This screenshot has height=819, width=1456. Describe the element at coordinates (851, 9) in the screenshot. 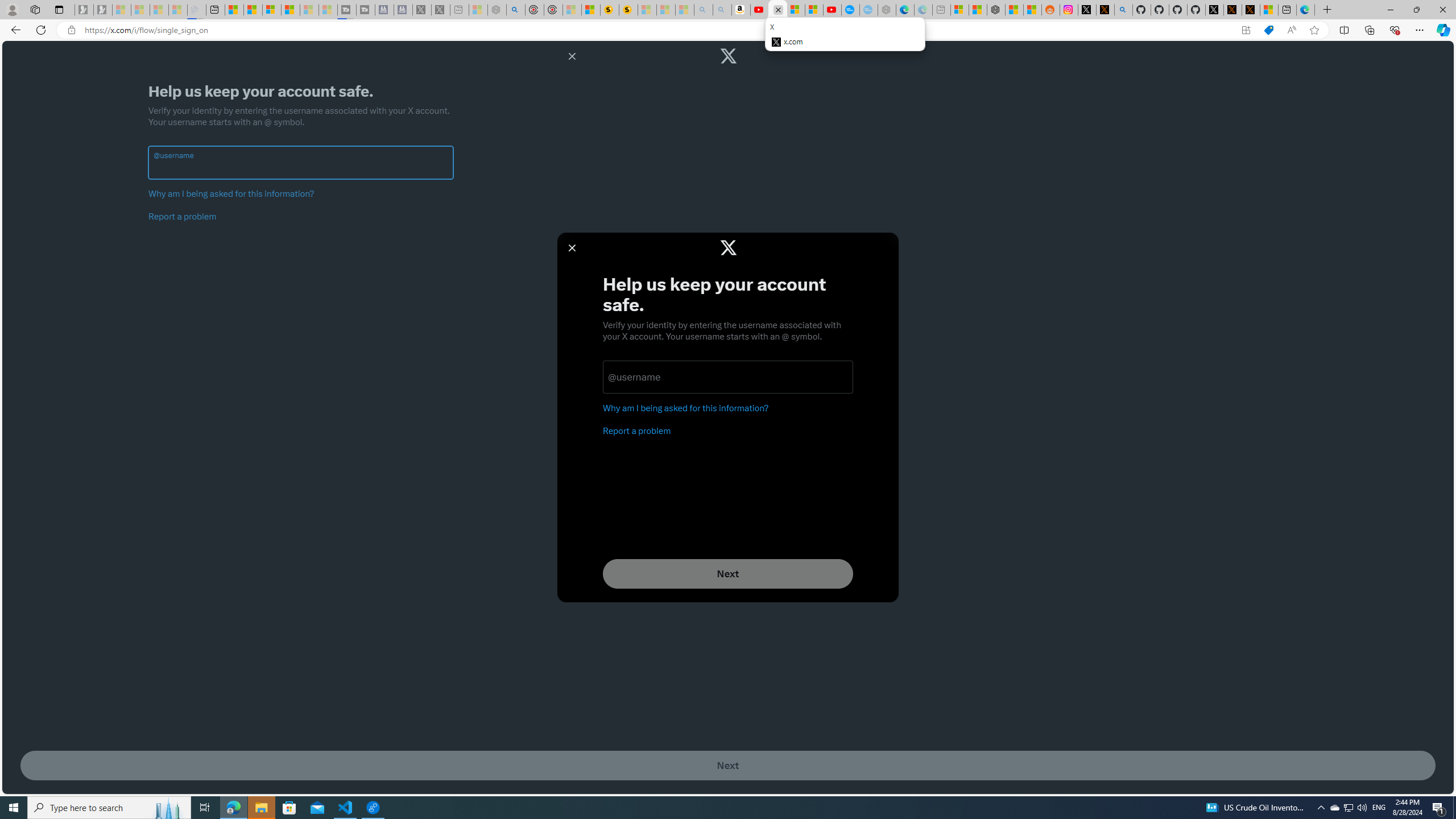

I see `'Opinion: Op-Ed and Commentary - USA TODAY'` at that location.